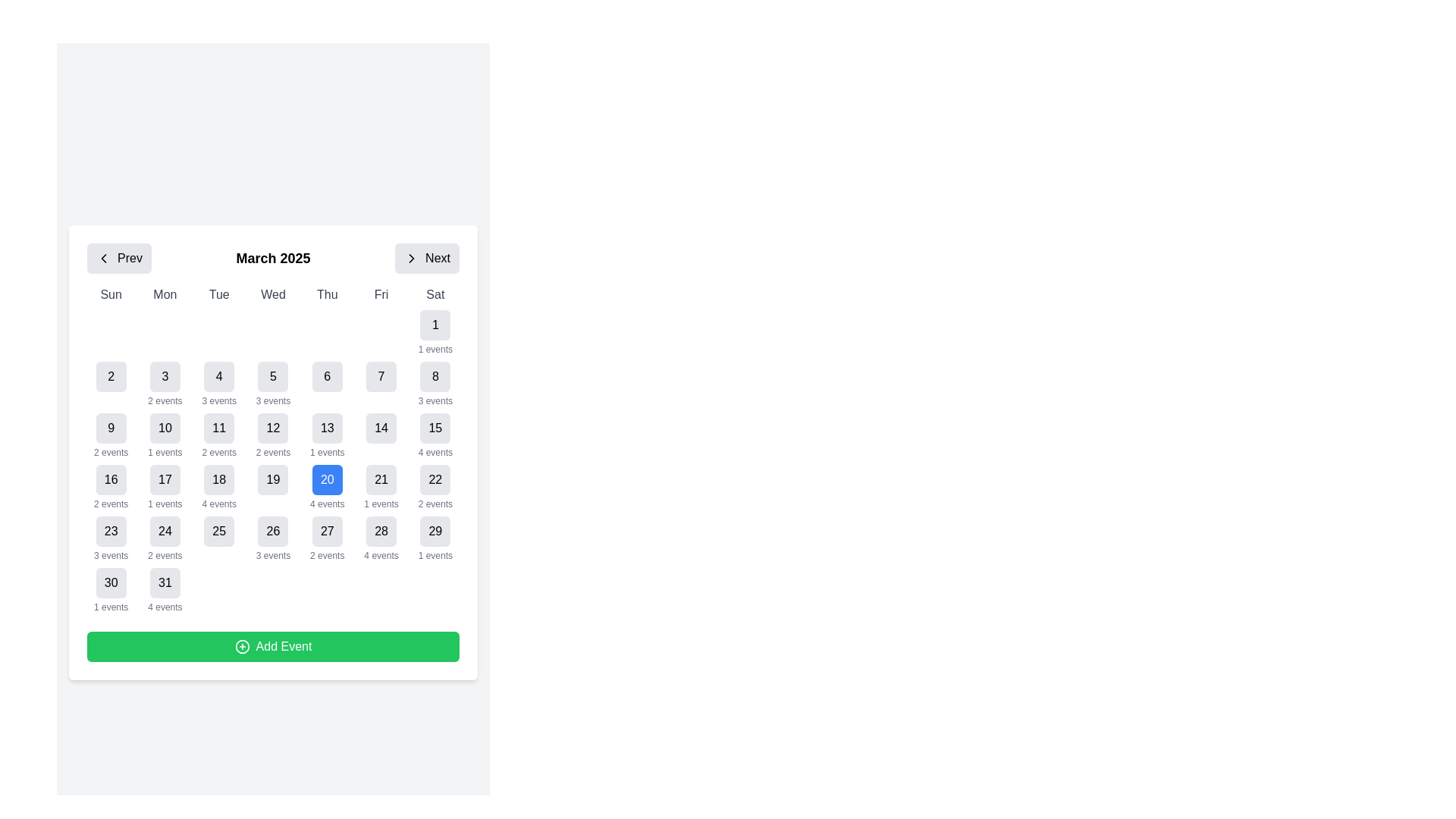  Describe the element at coordinates (435, 488) in the screenshot. I see `the Calendar Day Tile displaying '22' with '2 events'` at that location.